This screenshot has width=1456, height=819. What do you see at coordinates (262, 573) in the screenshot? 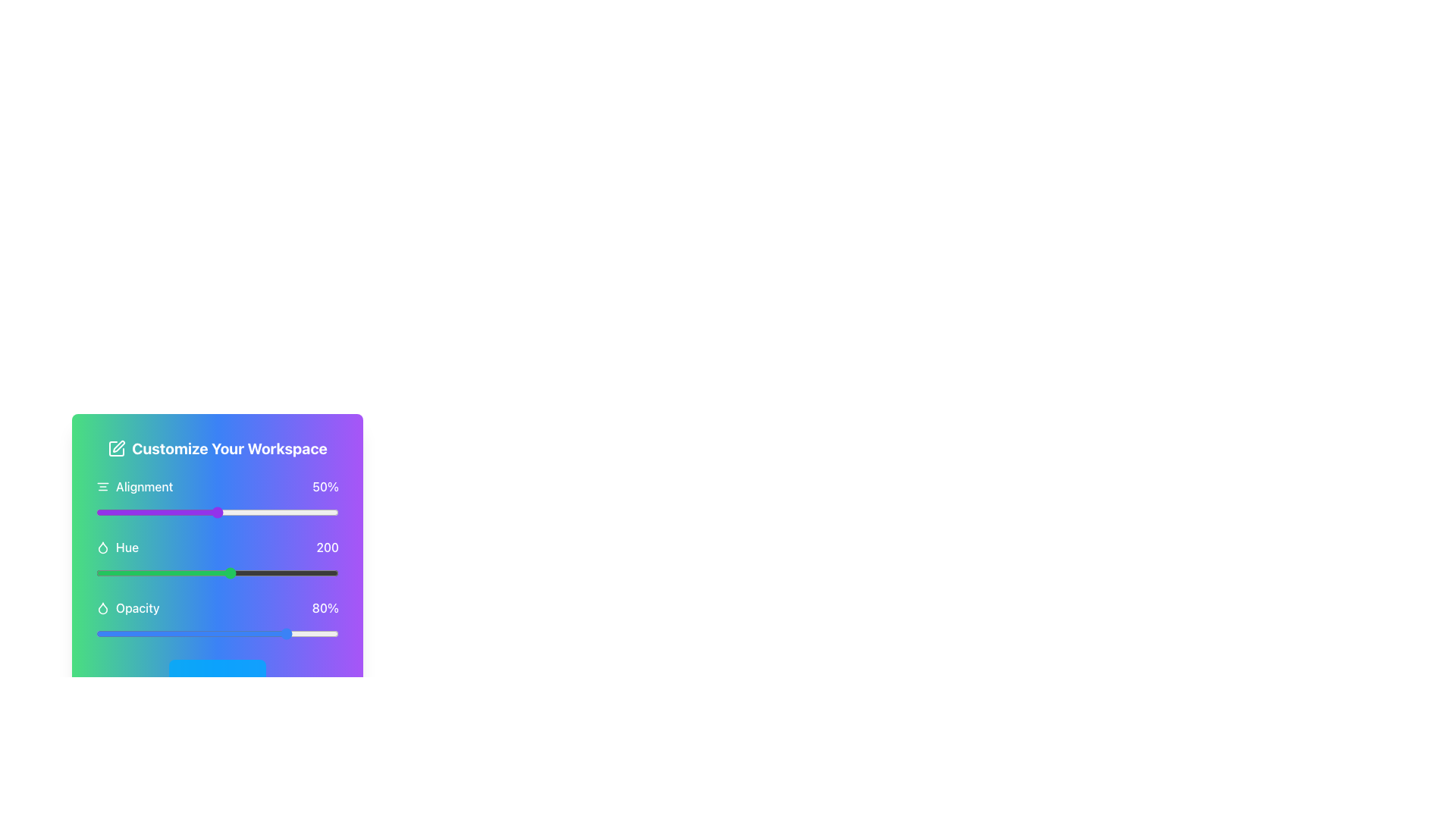
I see `hue` at bounding box center [262, 573].